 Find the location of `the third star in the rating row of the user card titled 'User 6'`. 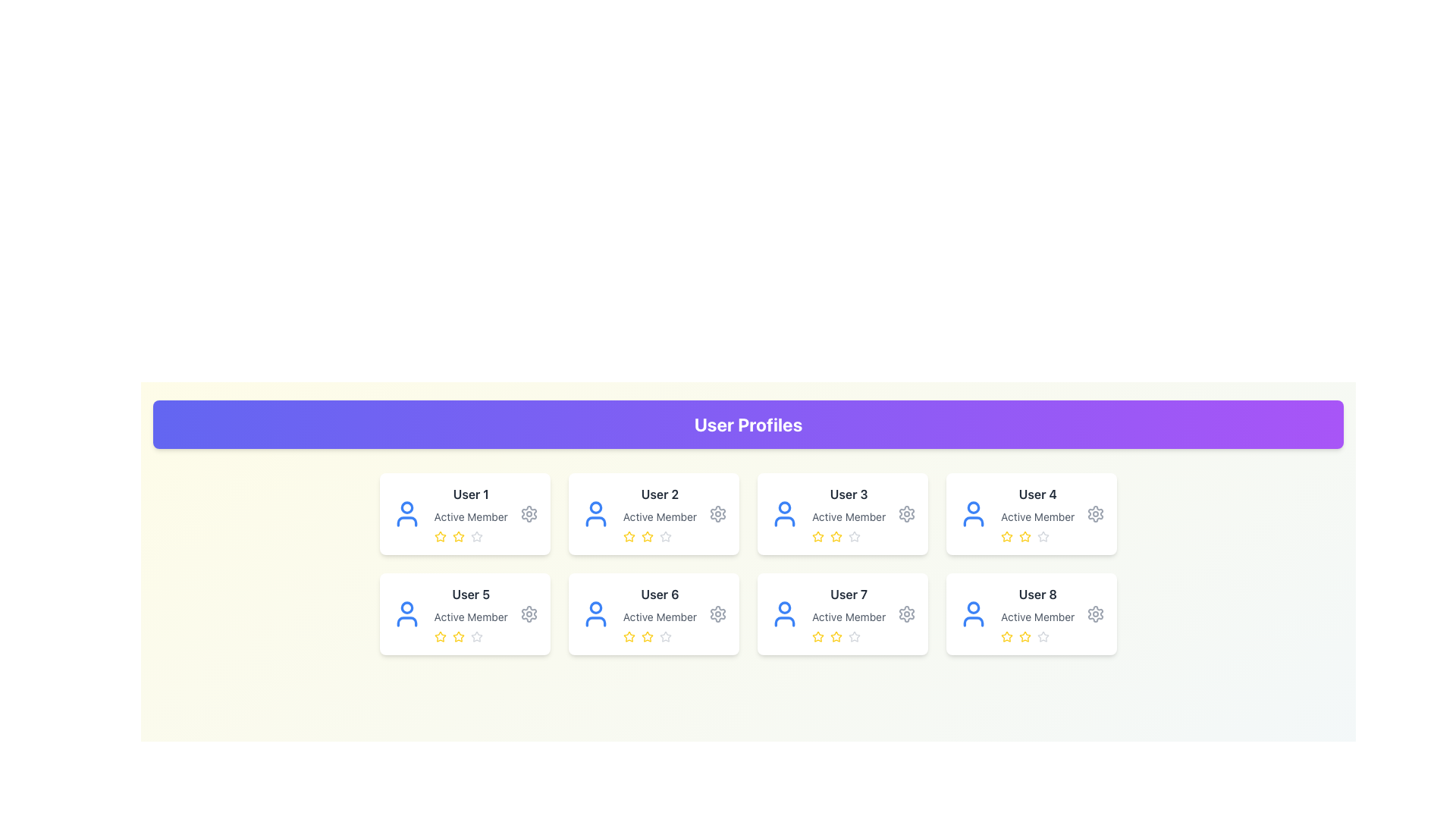

the third star in the rating row of the user card titled 'User 6' is located at coordinates (629, 636).